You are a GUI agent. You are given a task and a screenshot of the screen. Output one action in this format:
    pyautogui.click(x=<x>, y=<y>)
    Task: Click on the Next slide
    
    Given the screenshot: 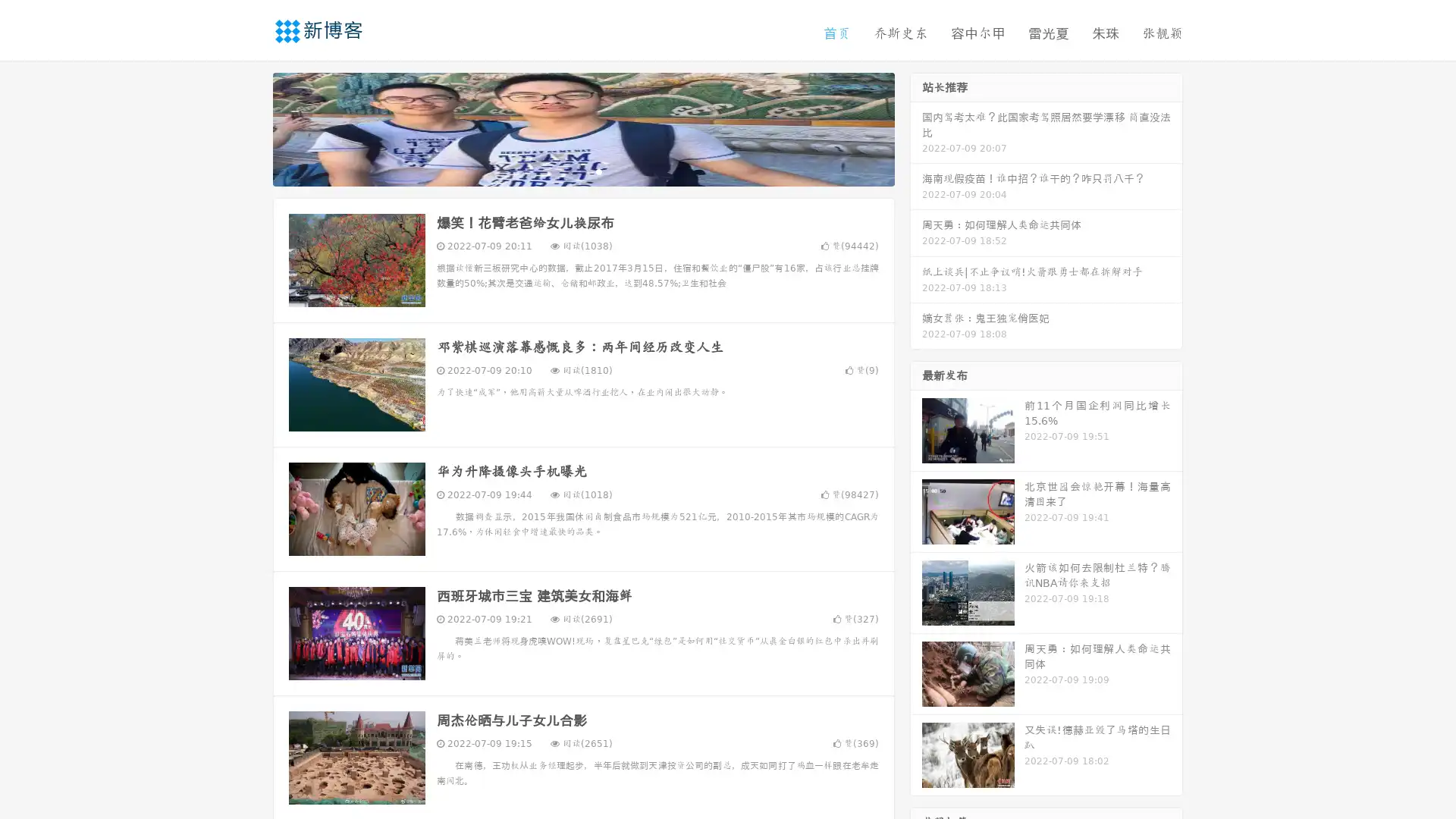 What is the action you would take?
    pyautogui.click(x=916, y=127)
    